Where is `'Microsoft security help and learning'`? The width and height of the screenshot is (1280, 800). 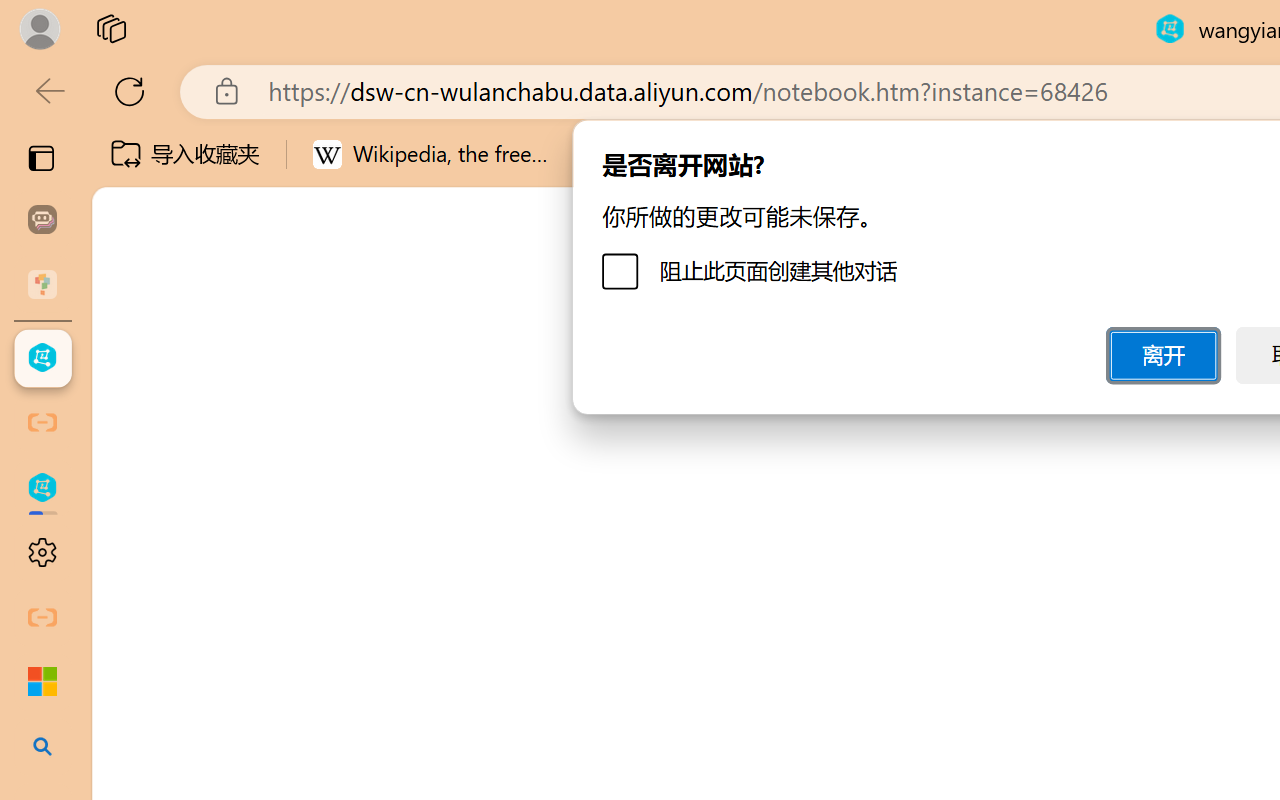 'Microsoft security help and learning' is located at coordinates (42, 682).